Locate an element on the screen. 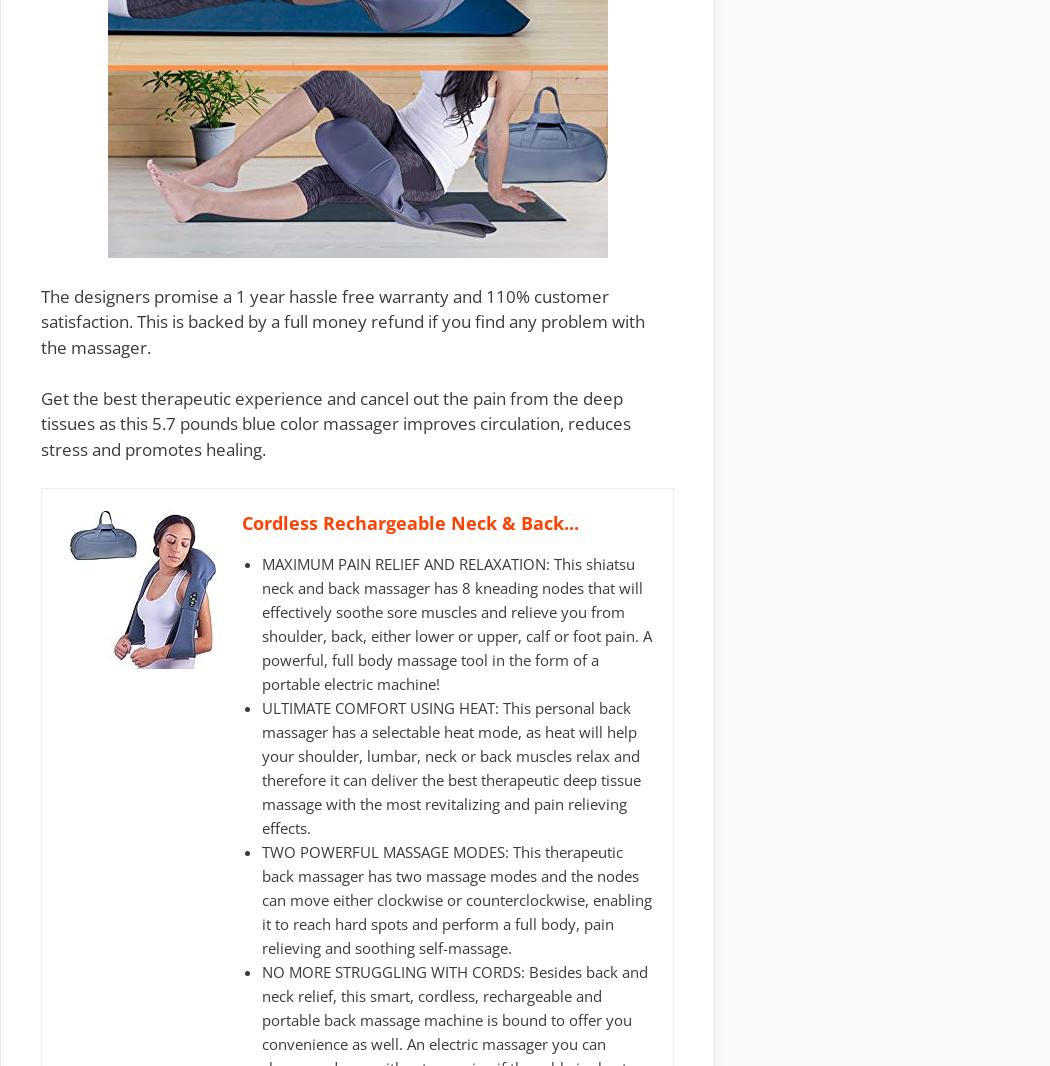 Image resolution: width=1050 pixels, height=1066 pixels. 'TWO POWERFUL MASSAGE MODES: This therapeutic back massager has two massage modes and the nodes can move either clockwise or counterclockwise, enabling it to reach hard spots and perform a full body, pain relieving and soothing self-massage.' is located at coordinates (456, 900).